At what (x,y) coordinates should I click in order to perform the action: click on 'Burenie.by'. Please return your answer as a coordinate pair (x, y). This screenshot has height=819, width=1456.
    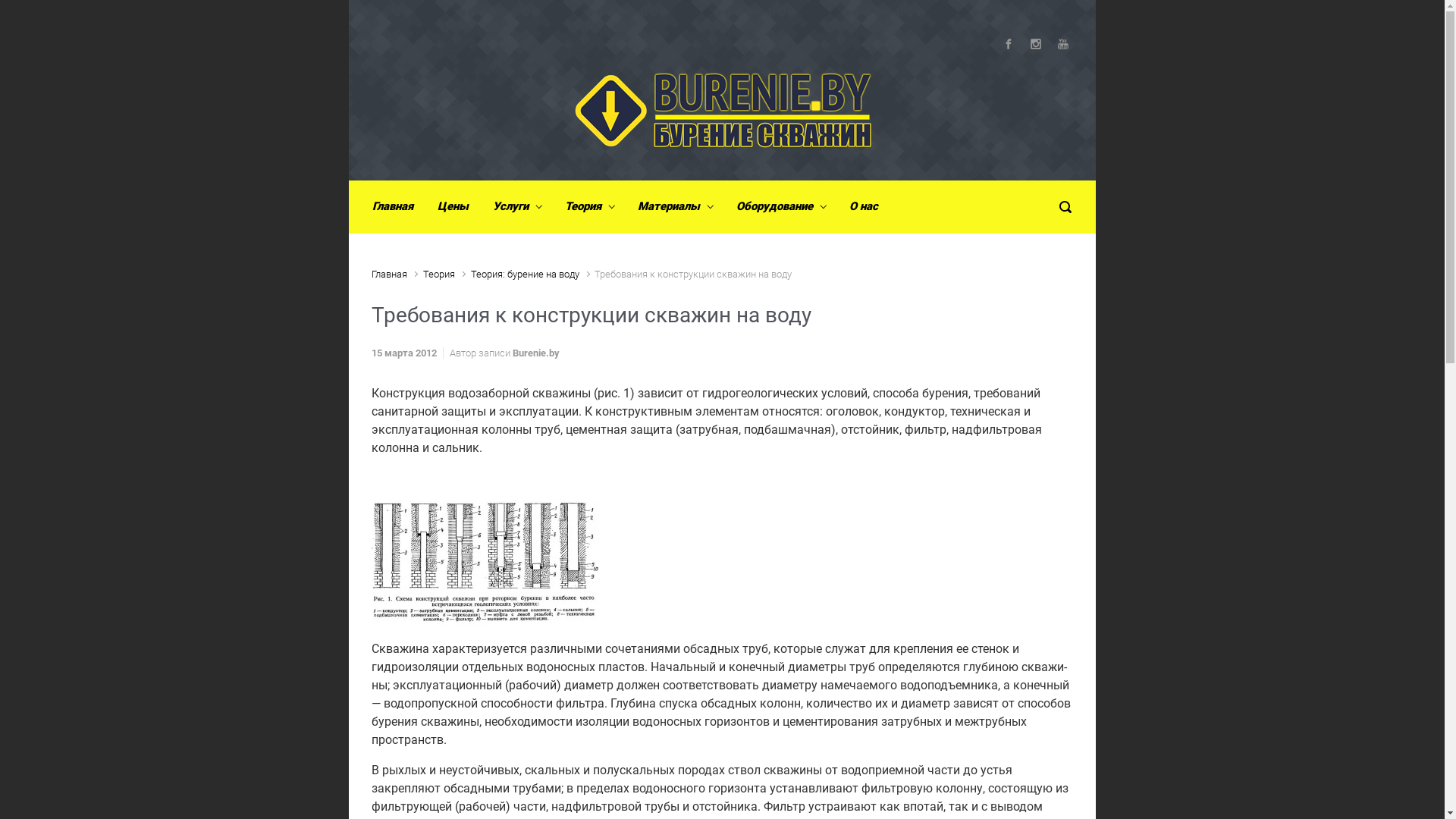
    Looking at the image, I should click on (513, 353).